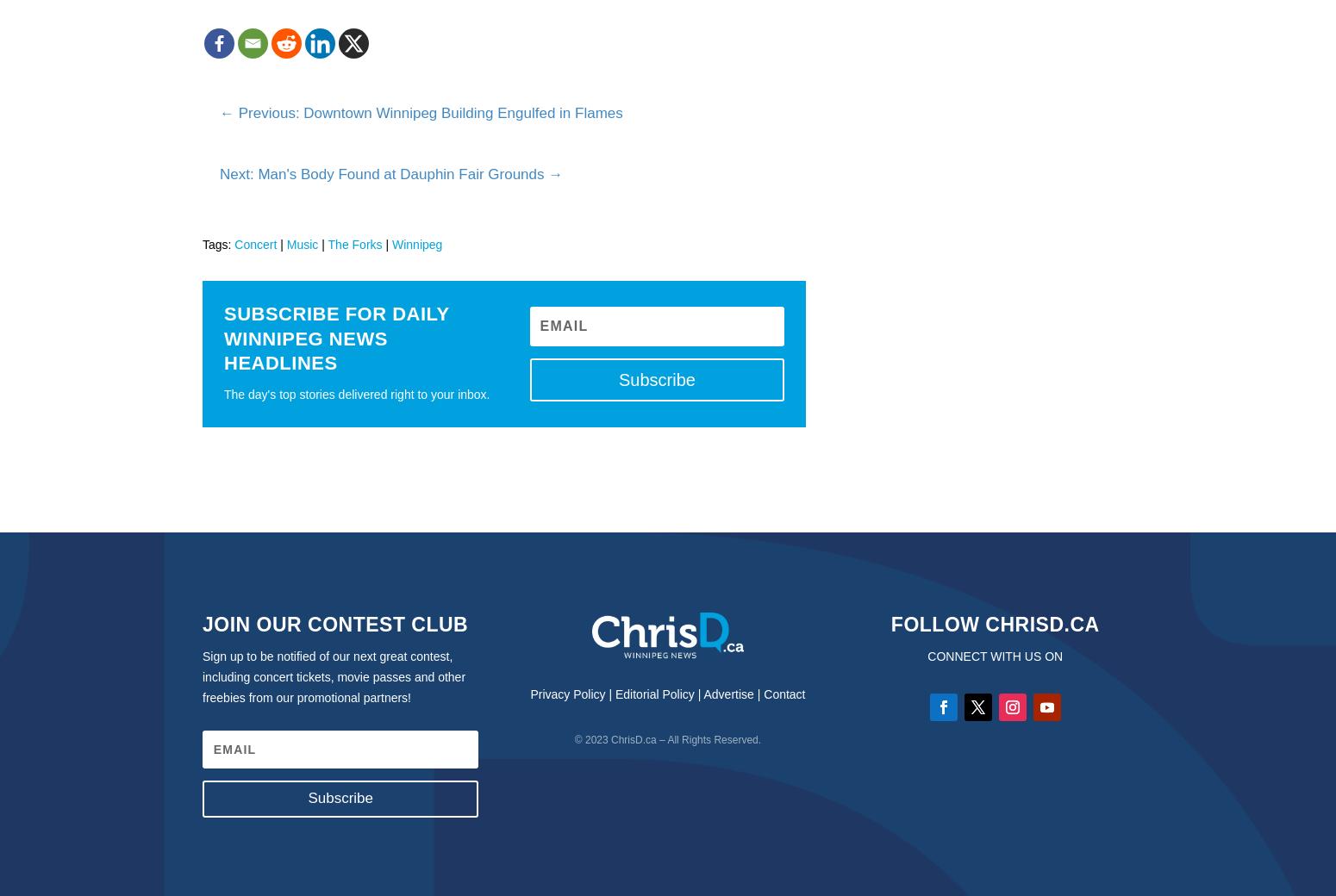 The width and height of the screenshot is (1336, 896). I want to click on 'Advertise', so click(702, 692).